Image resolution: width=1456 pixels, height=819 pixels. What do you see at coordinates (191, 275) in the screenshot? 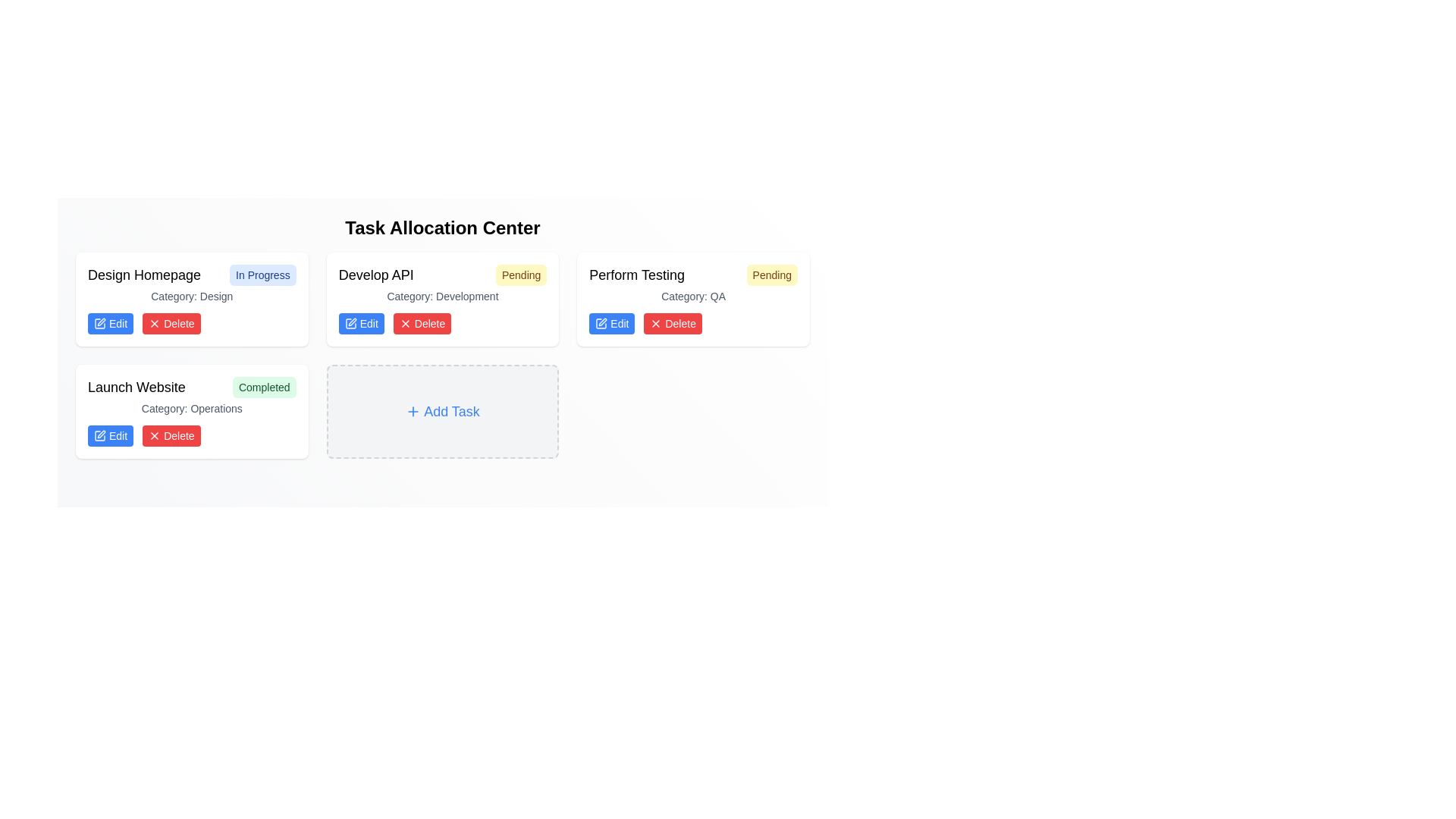
I see `the 'In Progress' badge of the task named 'Design Homepage'` at bounding box center [191, 275].